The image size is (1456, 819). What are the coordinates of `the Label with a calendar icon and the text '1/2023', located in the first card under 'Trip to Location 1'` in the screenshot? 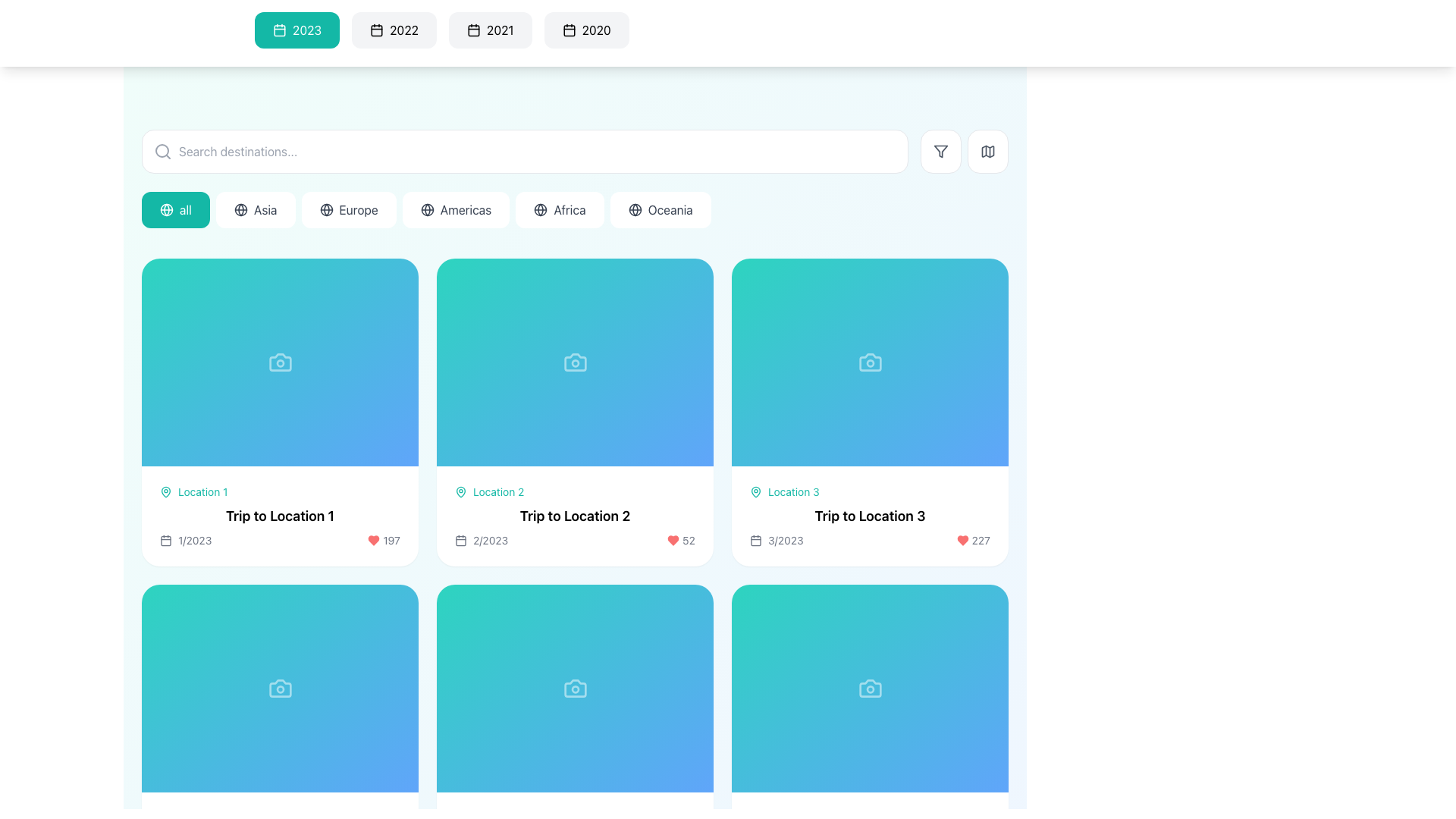 It's located at (185, 539).